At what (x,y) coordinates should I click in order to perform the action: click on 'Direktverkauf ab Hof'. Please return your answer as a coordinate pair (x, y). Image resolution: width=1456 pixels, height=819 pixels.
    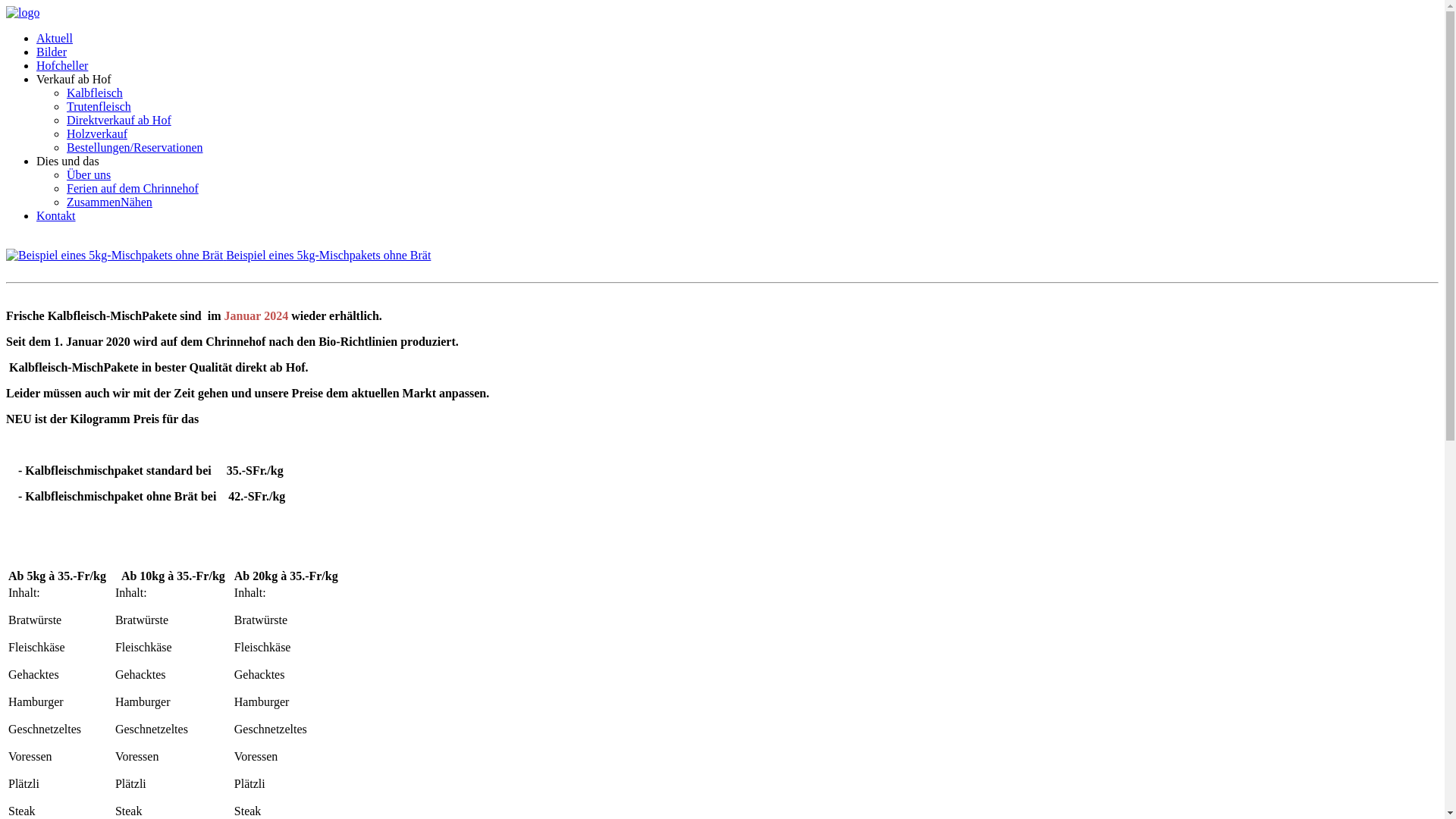
    Looking at the image, I should click on (118, 119).